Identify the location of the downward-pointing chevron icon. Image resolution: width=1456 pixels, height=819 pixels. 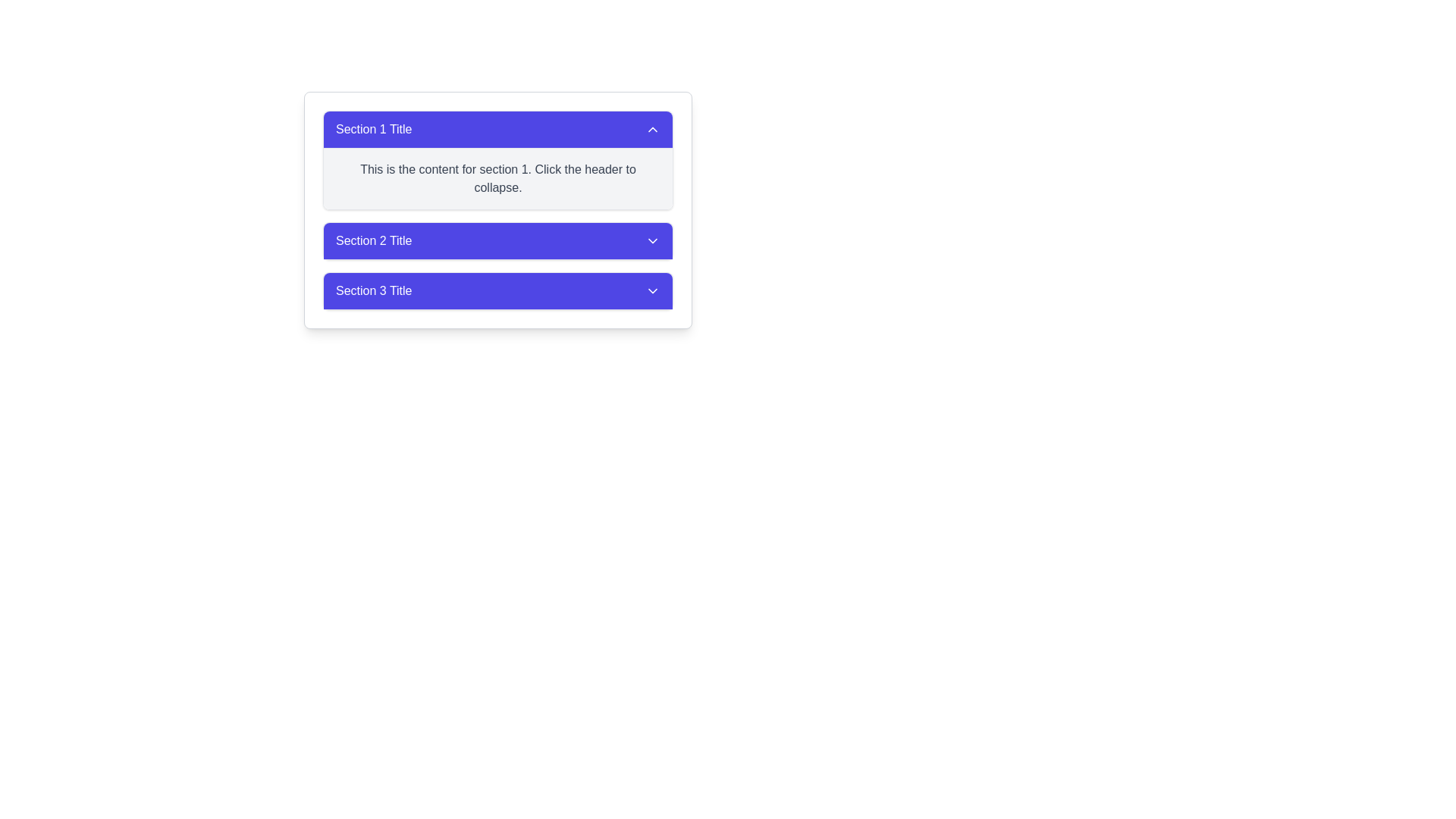
(652, 291).